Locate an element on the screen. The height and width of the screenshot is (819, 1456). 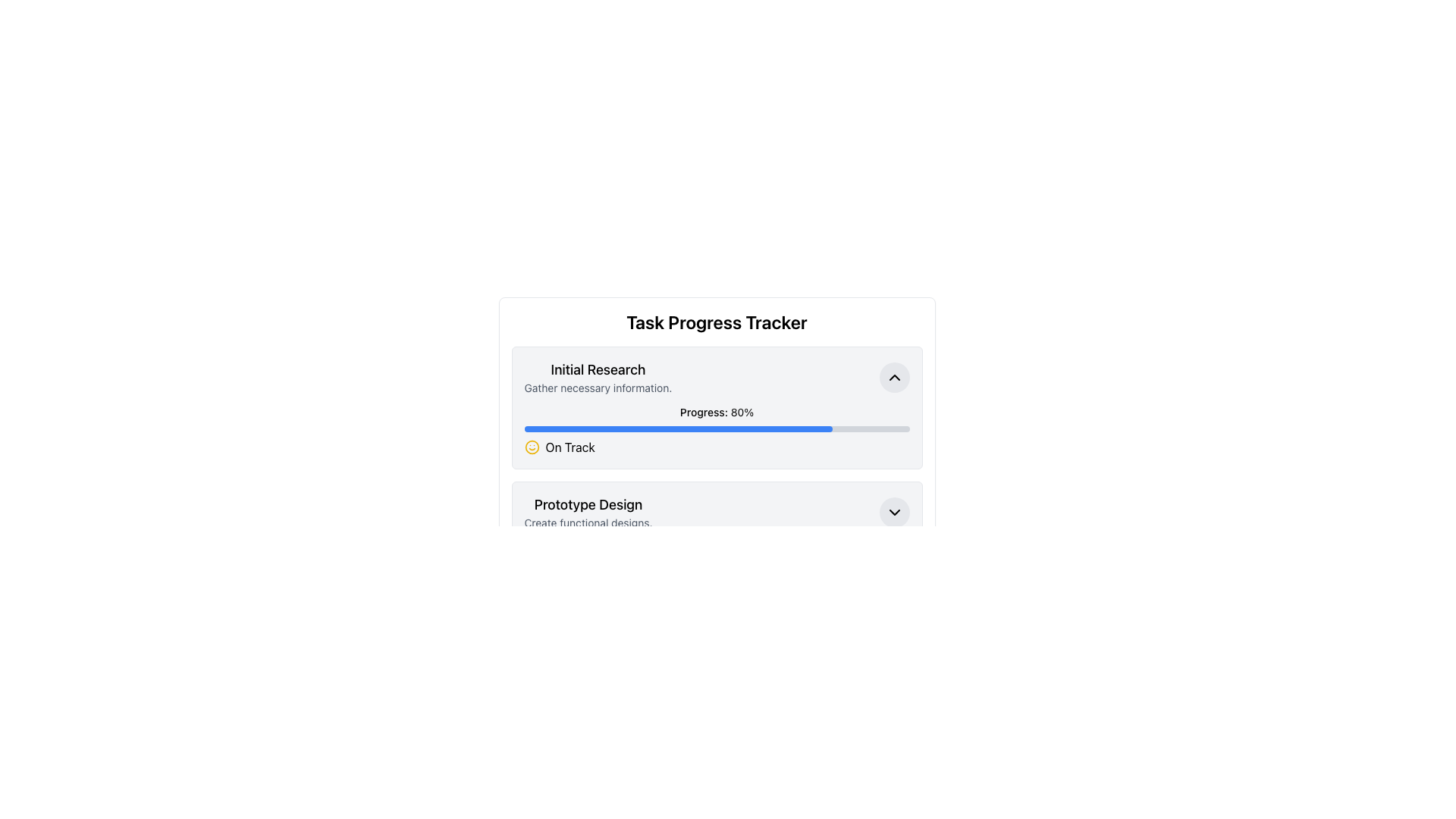
the text label located in the lower section of the 'Task Progress Tracker', which provides the name and brief description of the task, distinctly below the 'Initial Research' section is located at coordinates (588, 512).